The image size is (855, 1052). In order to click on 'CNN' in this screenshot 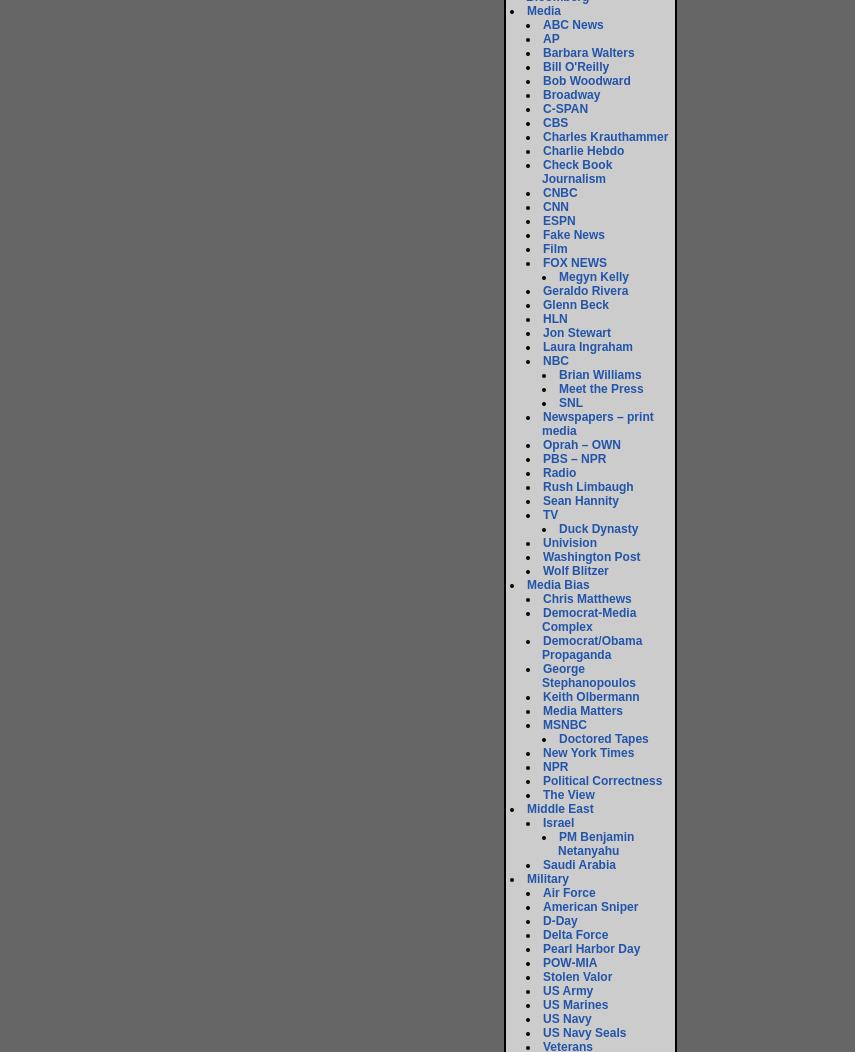, I will do `click(543, 207)`.